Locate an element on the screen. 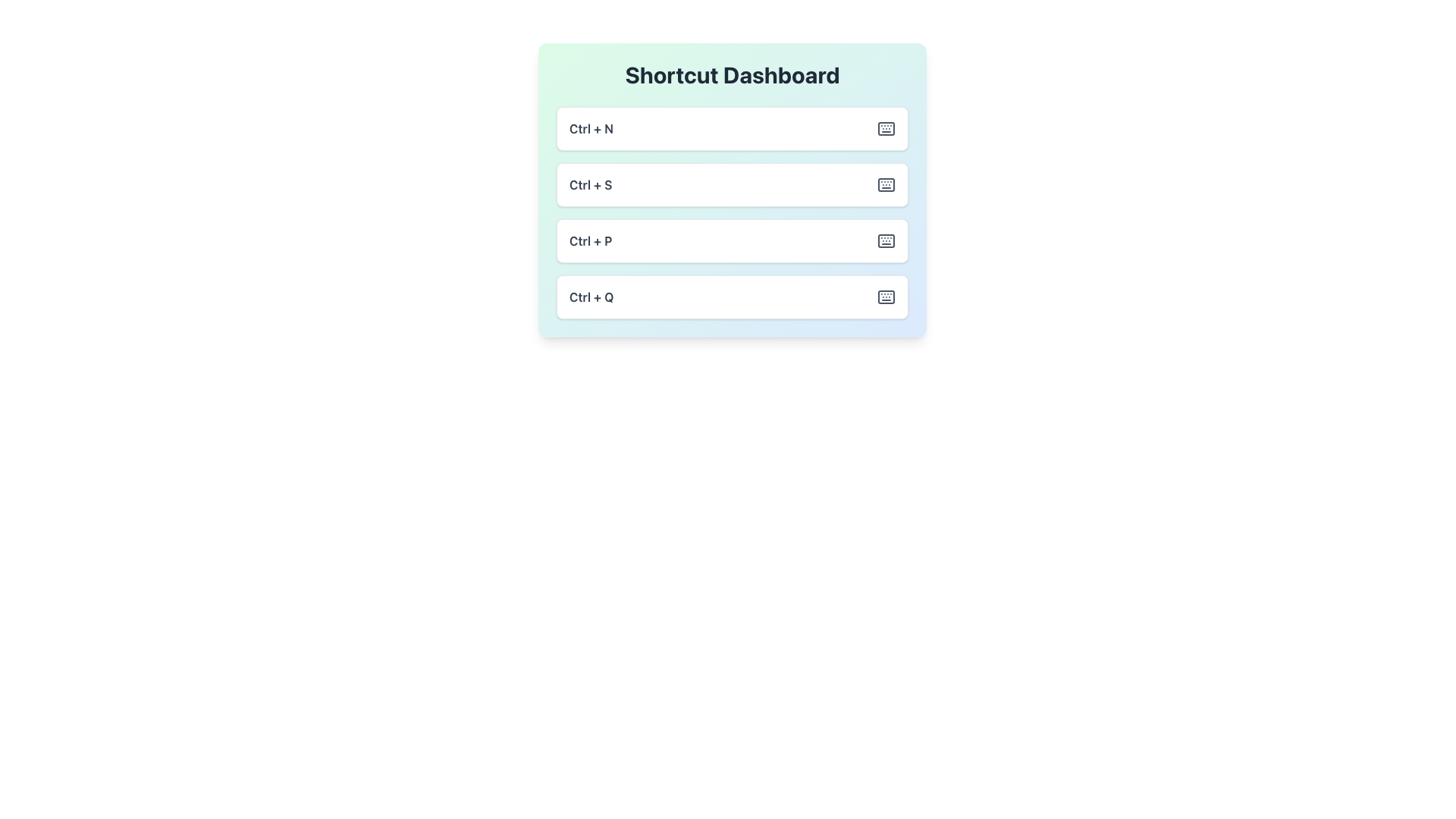 The height and width of the screenshot is (819, 1456). the descriptive interactive box element representing the 'save' shortcut with the 'Ctrl + S' key combination, located in the 'Shortcut Dashboard' is located at coordinates (732, 184).